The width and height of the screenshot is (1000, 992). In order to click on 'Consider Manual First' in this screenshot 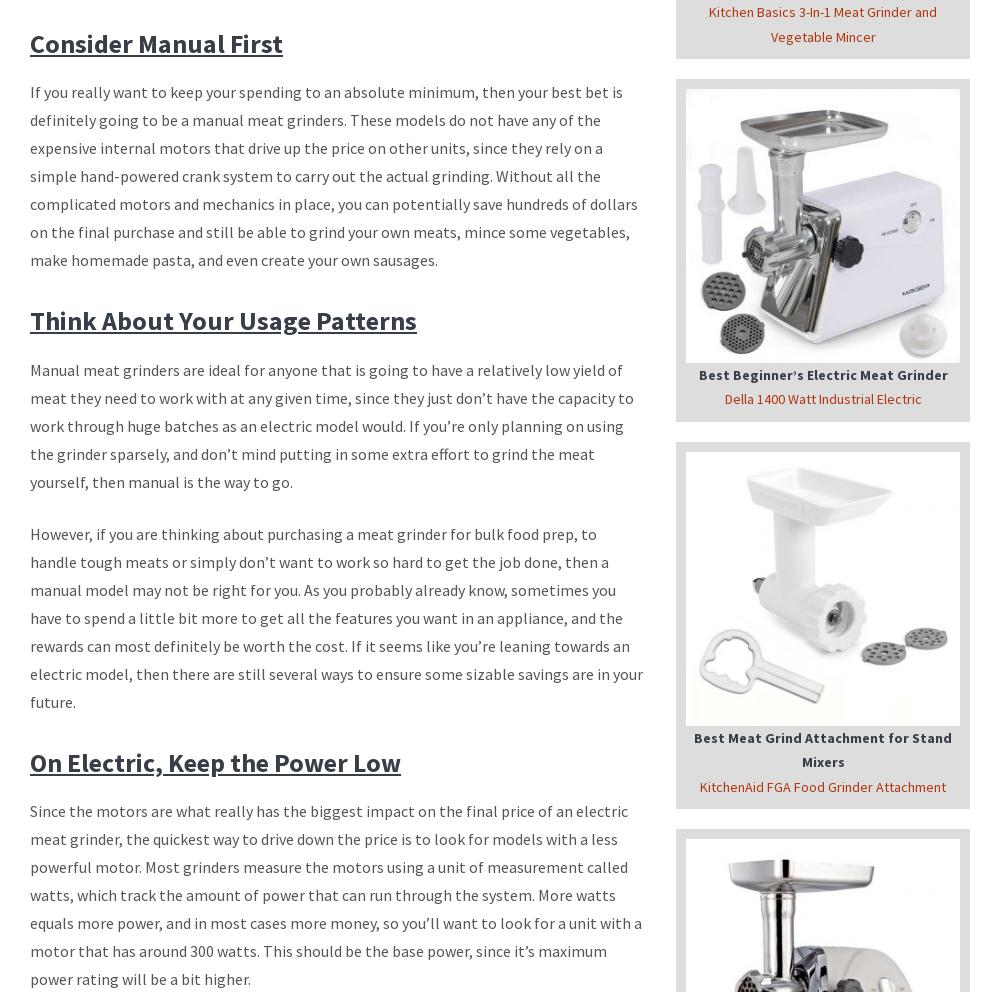, I will do `click(156, 42)`.